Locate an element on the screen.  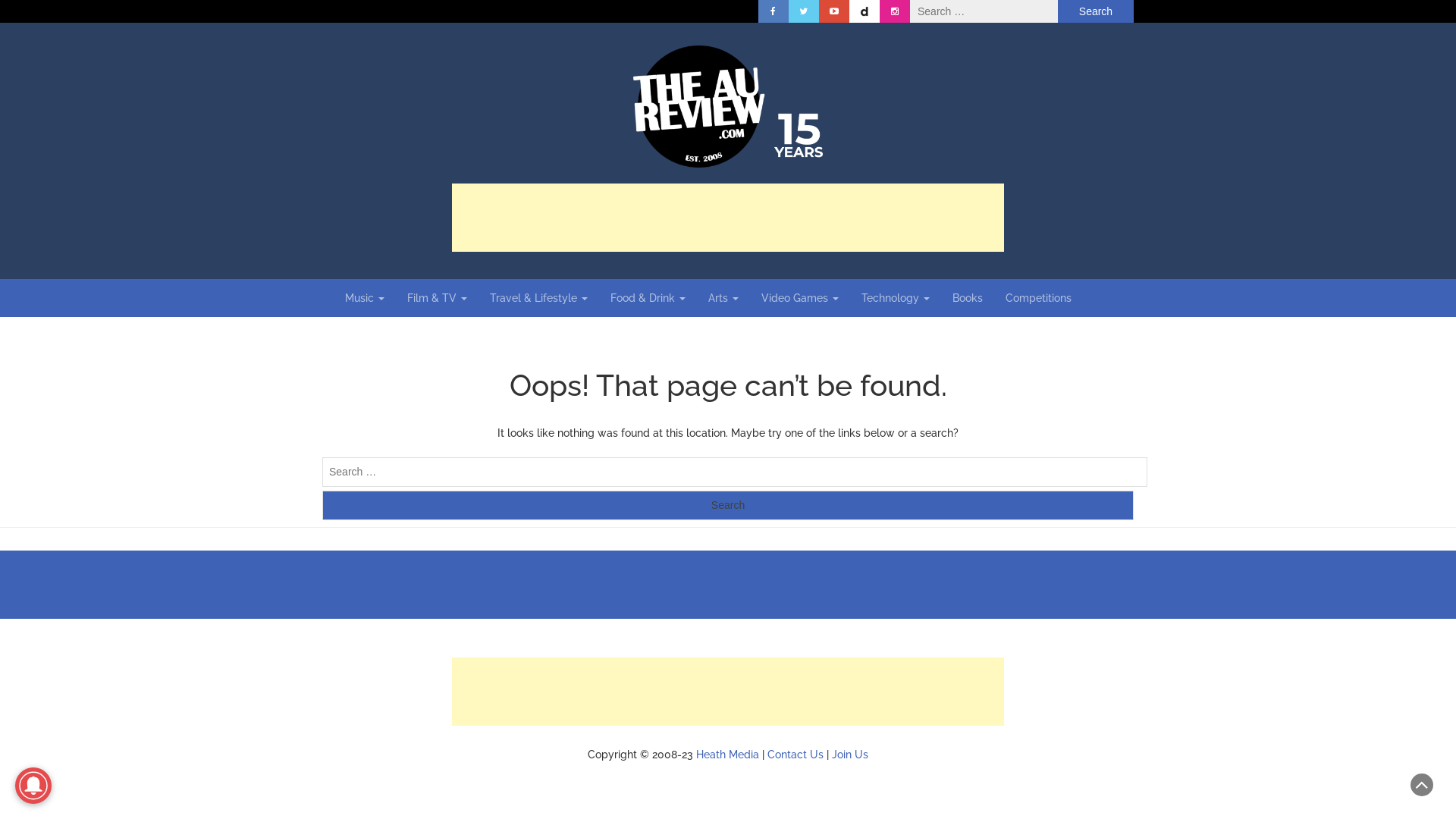
'Travel & Lifestyle' is located at coordinates (538, 298).